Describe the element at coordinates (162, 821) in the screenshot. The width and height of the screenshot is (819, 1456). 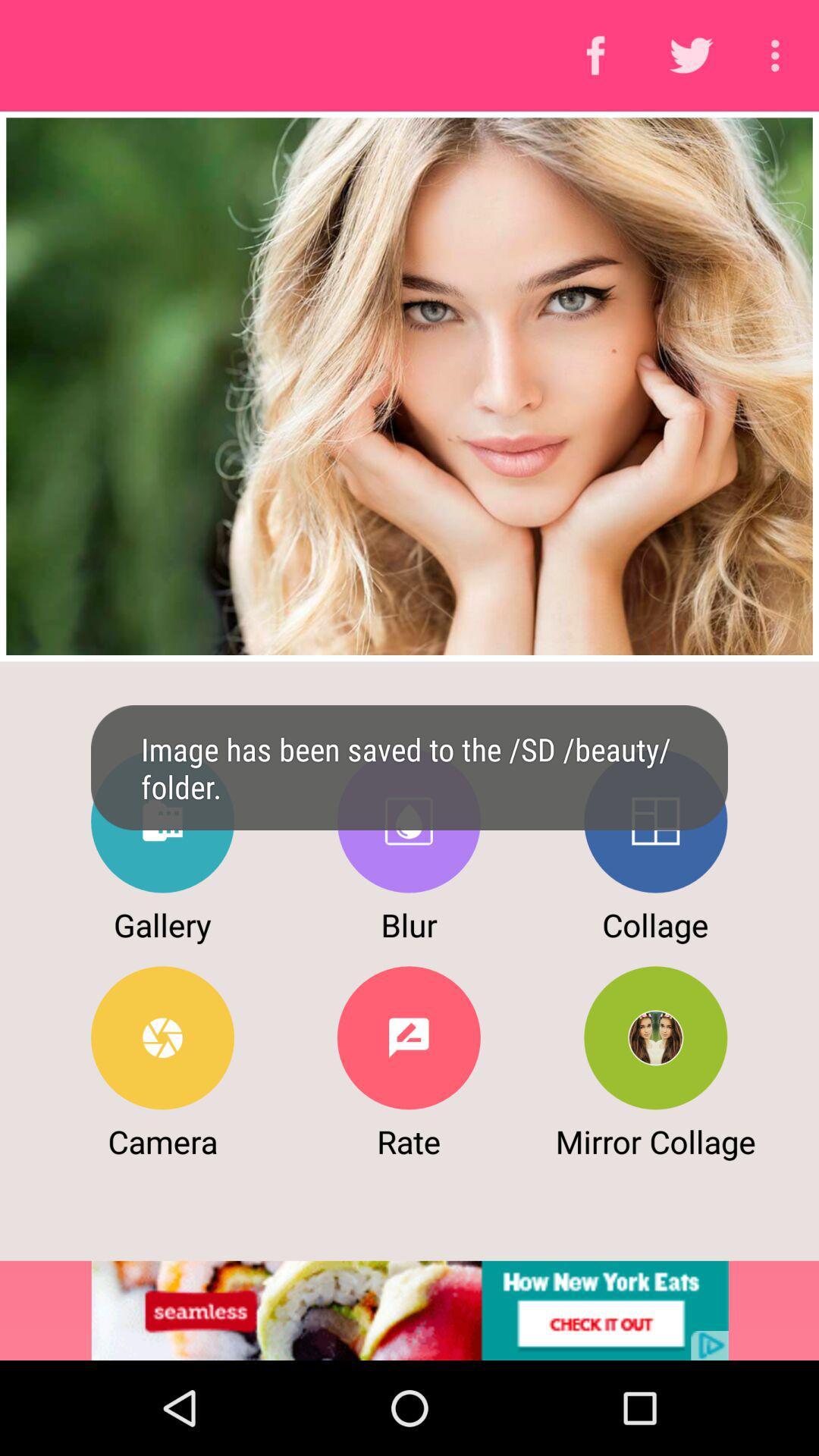
I see `photos option` at that location.